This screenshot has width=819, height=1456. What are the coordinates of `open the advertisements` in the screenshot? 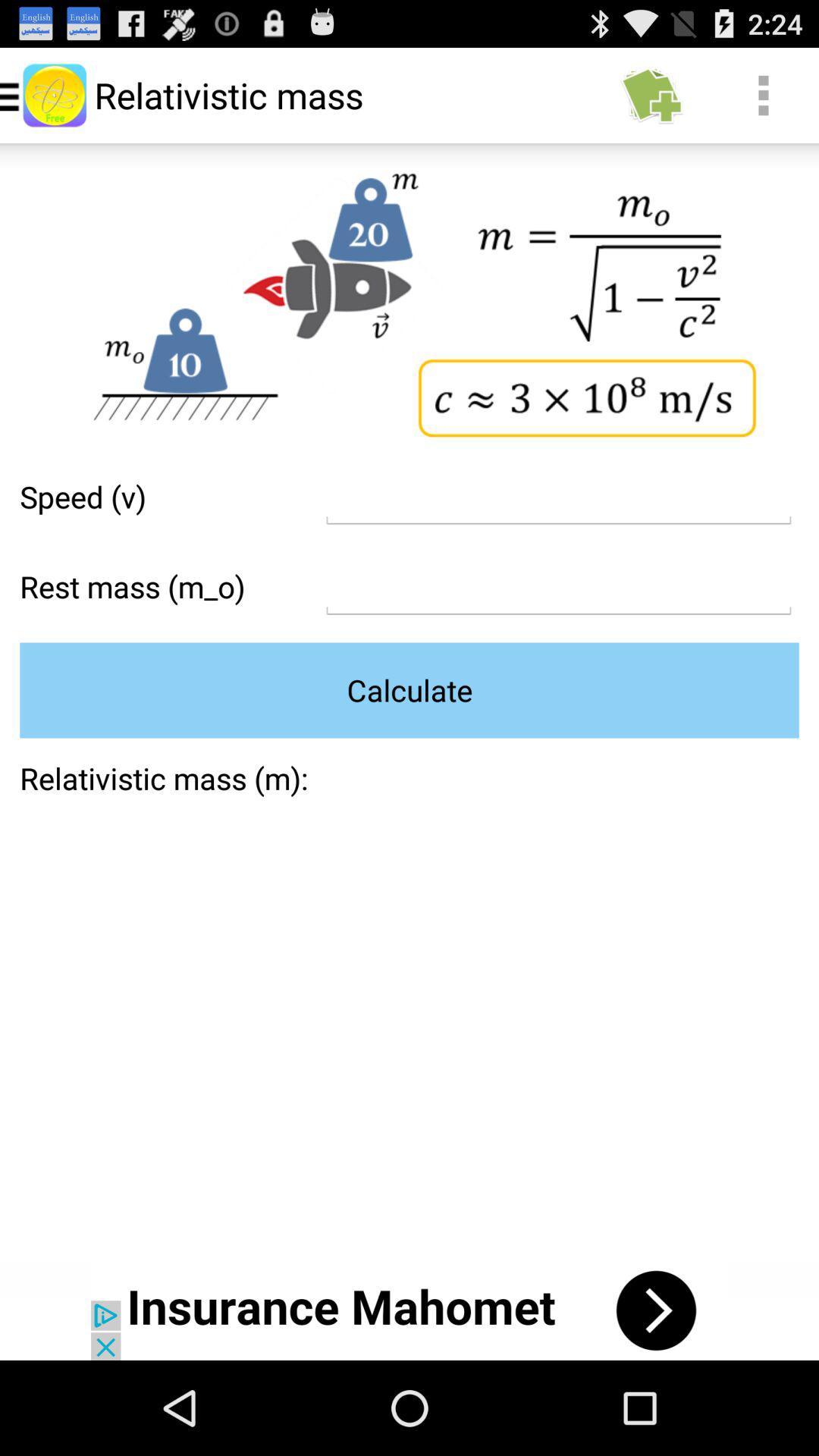 It's located at (409, 1310).